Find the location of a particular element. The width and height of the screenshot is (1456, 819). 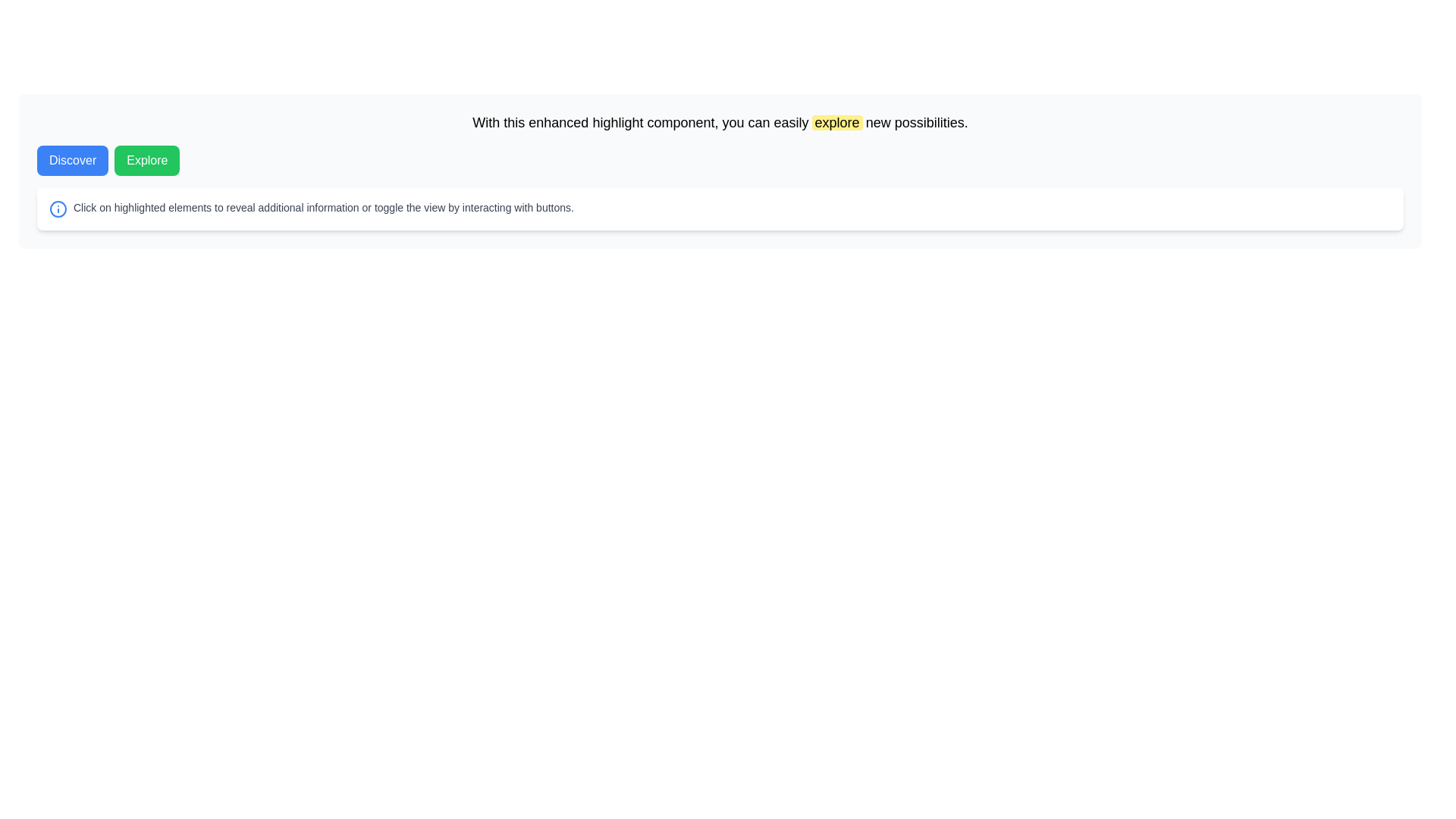

the highlighted text in the phrase 'you can easily explore new possibilities' to observe visual feedback is located at coordinates (836, 122).